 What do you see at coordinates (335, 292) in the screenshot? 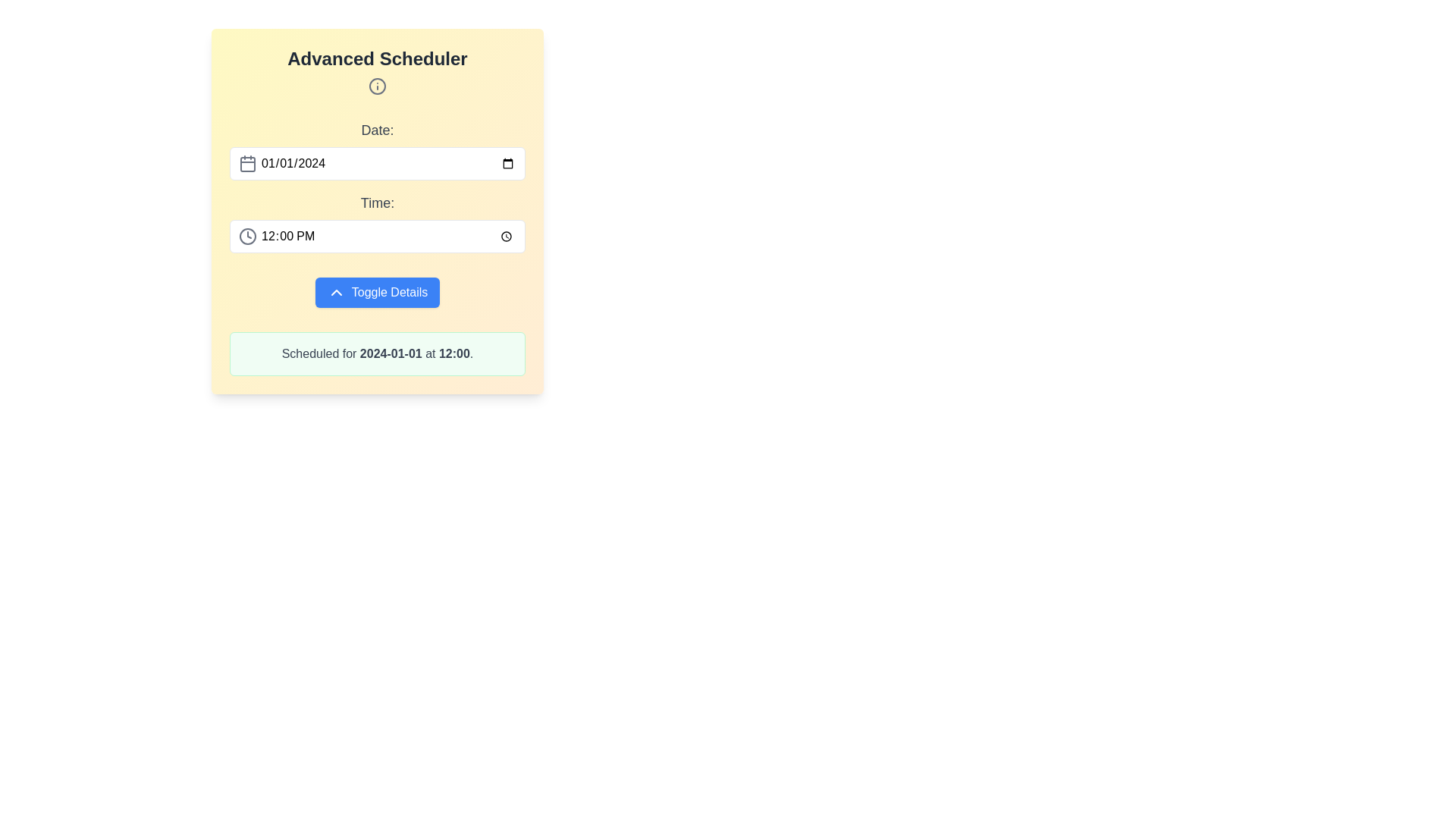
I see `the collapse icon located inside the blue 'Toggle Details' button` at bounding box center [335, 292].